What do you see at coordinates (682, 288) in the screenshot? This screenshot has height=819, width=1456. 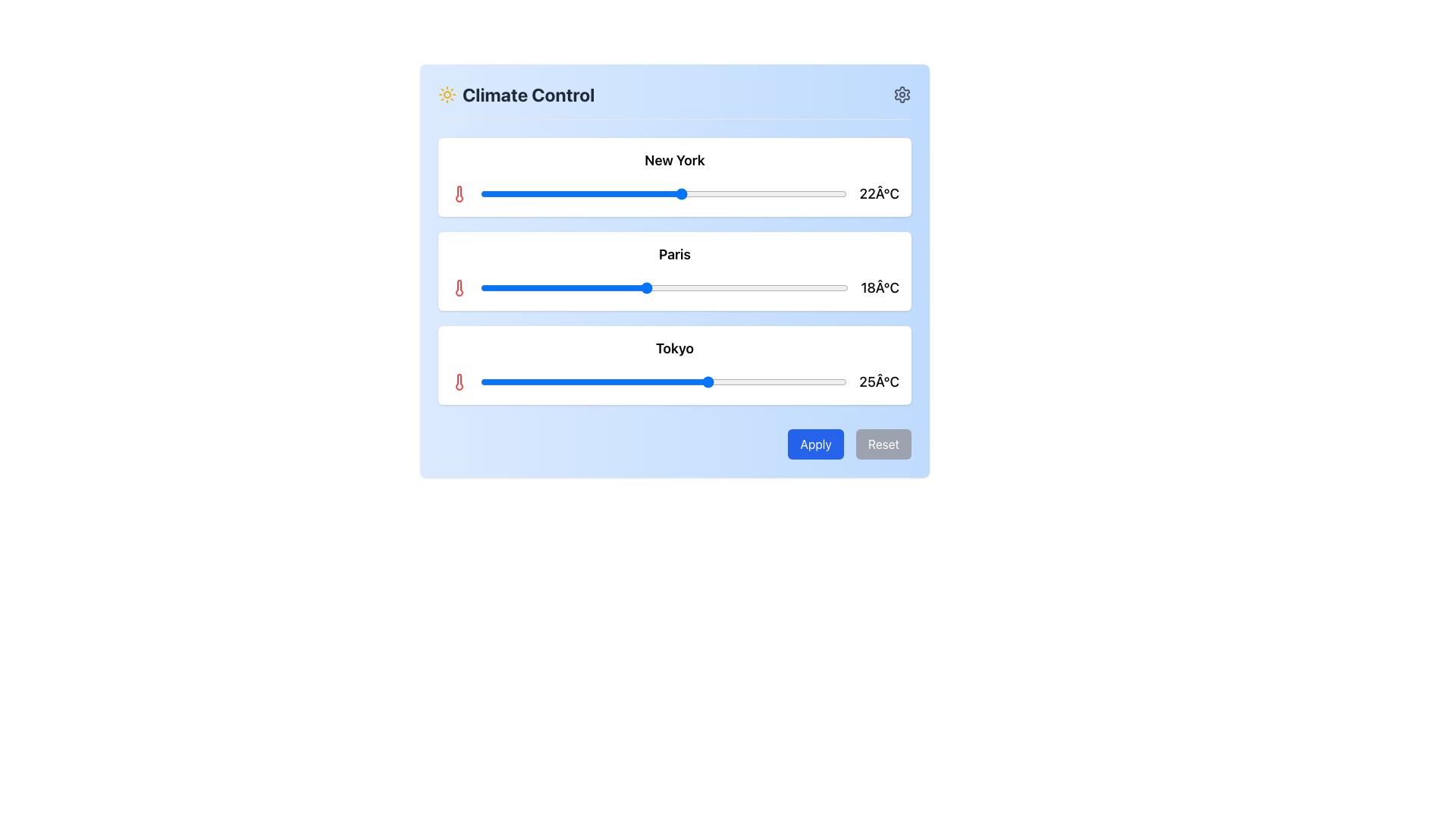 I see `the Paris temperature slider` at bounding box center [682, 288].